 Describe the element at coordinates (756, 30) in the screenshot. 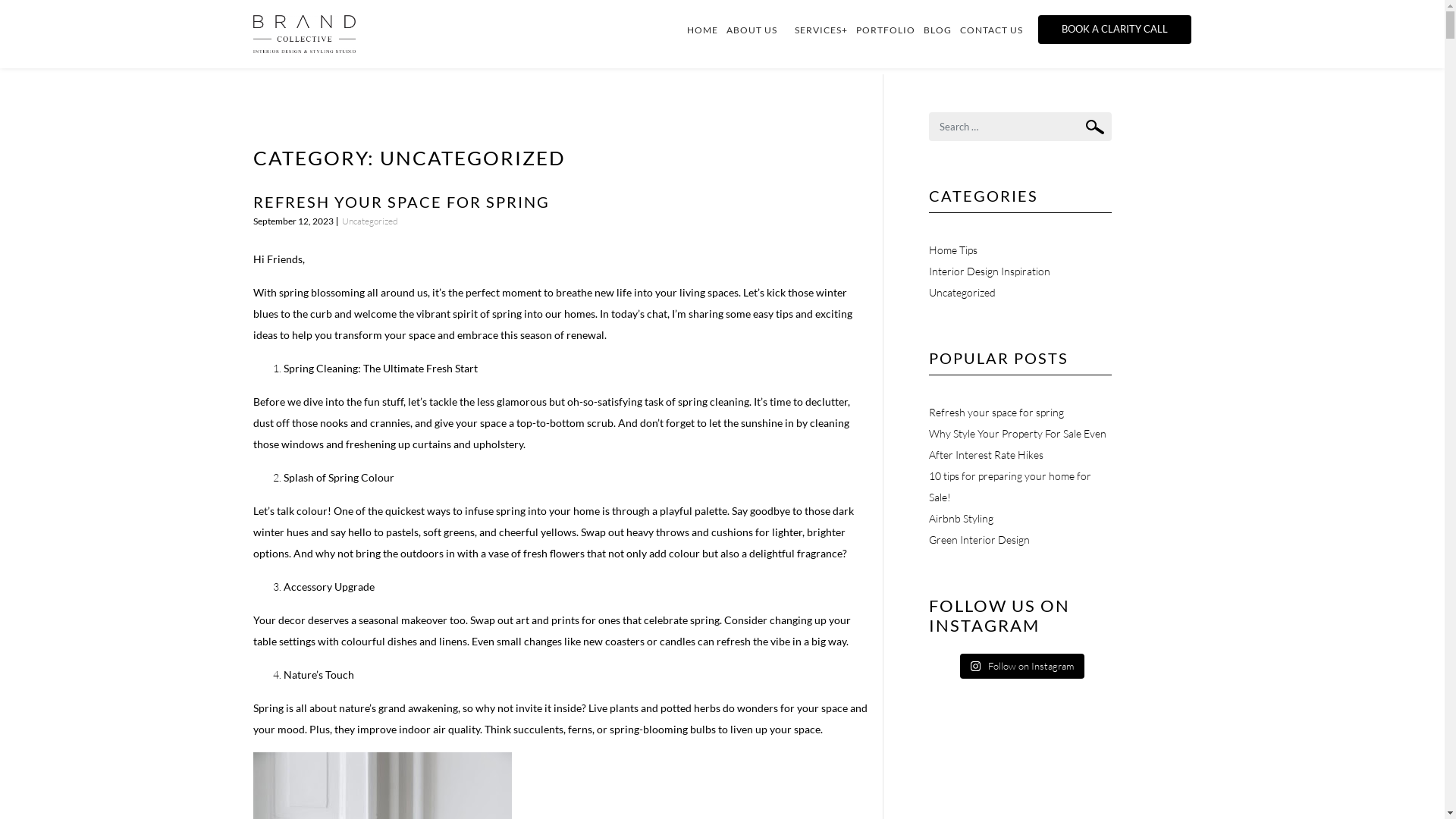

I see `'ABOUT US'` at that location.